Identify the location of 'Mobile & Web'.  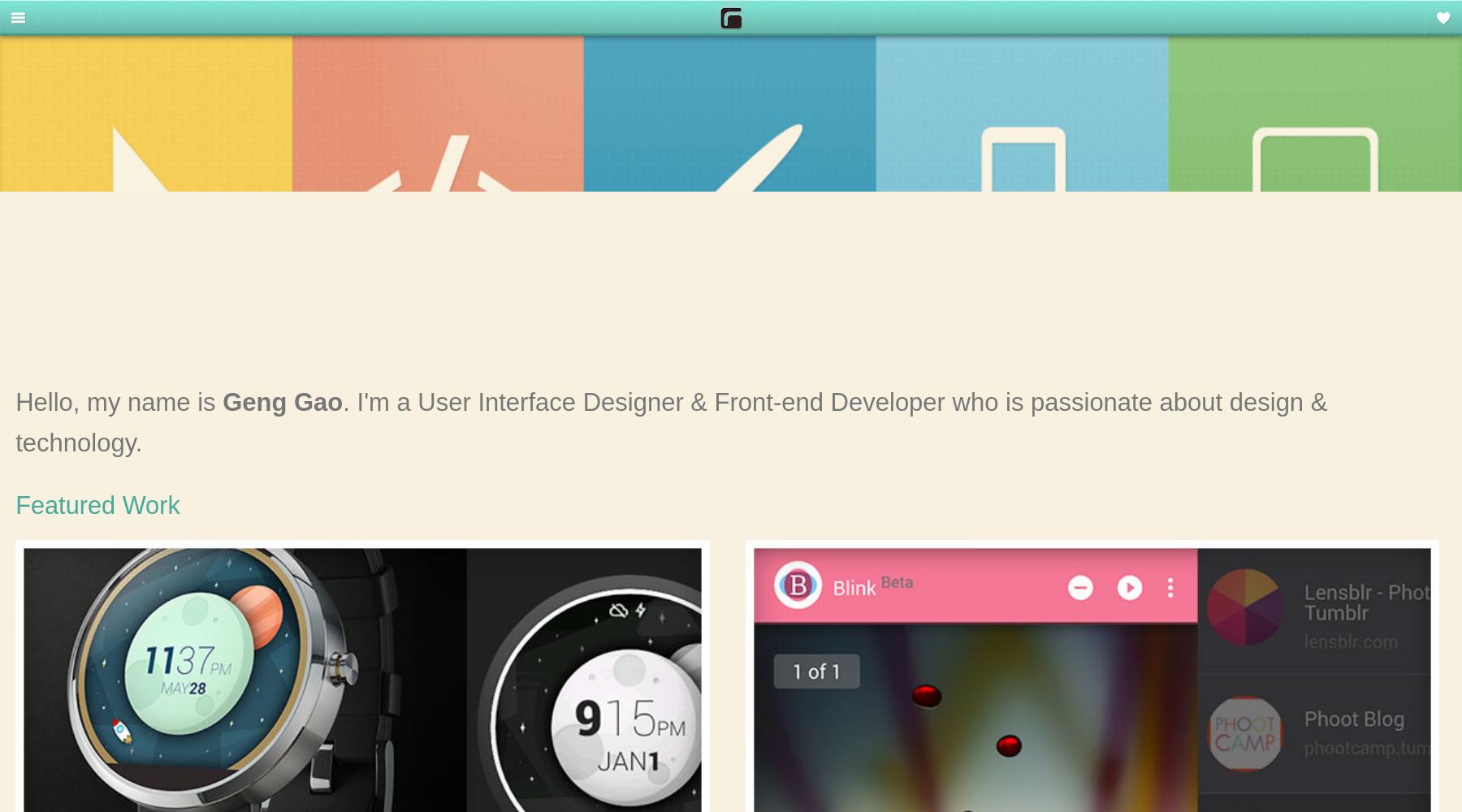
(76, 158).